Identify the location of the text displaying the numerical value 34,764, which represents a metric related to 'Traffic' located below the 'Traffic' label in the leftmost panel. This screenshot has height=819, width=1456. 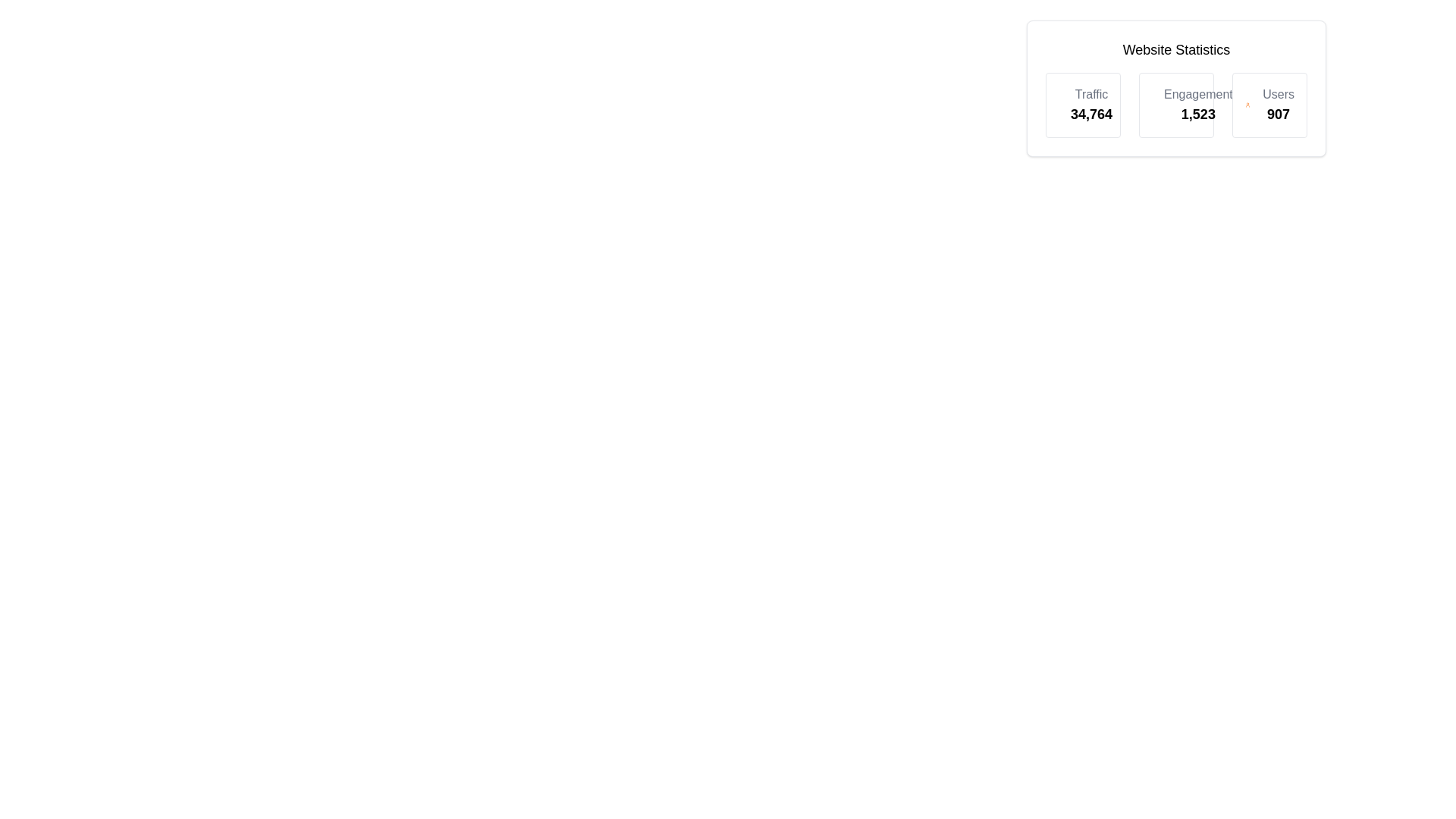
(1090, 113).